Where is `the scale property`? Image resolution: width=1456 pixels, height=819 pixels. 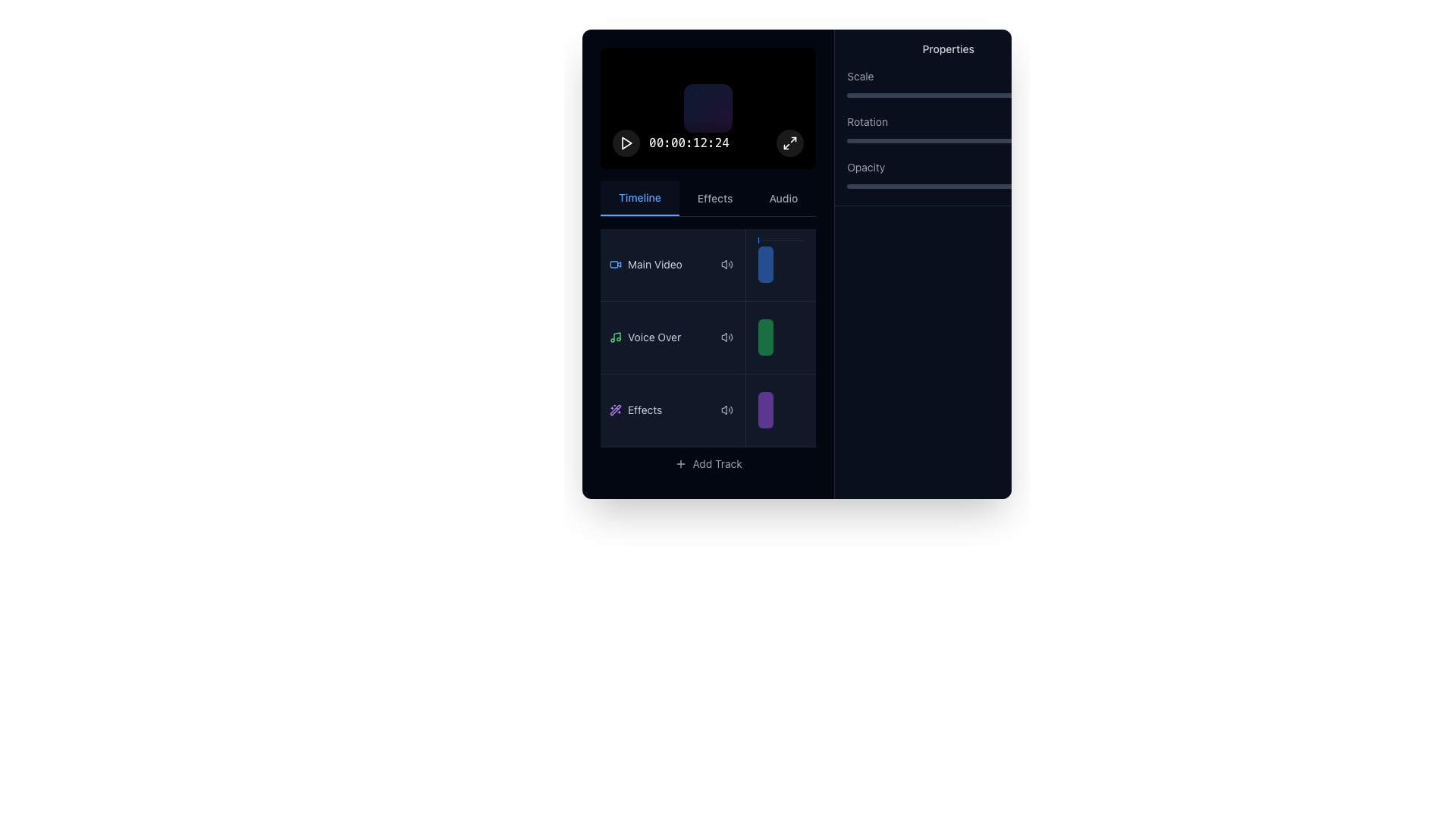
the scale property is located at coordinates (867, 96).